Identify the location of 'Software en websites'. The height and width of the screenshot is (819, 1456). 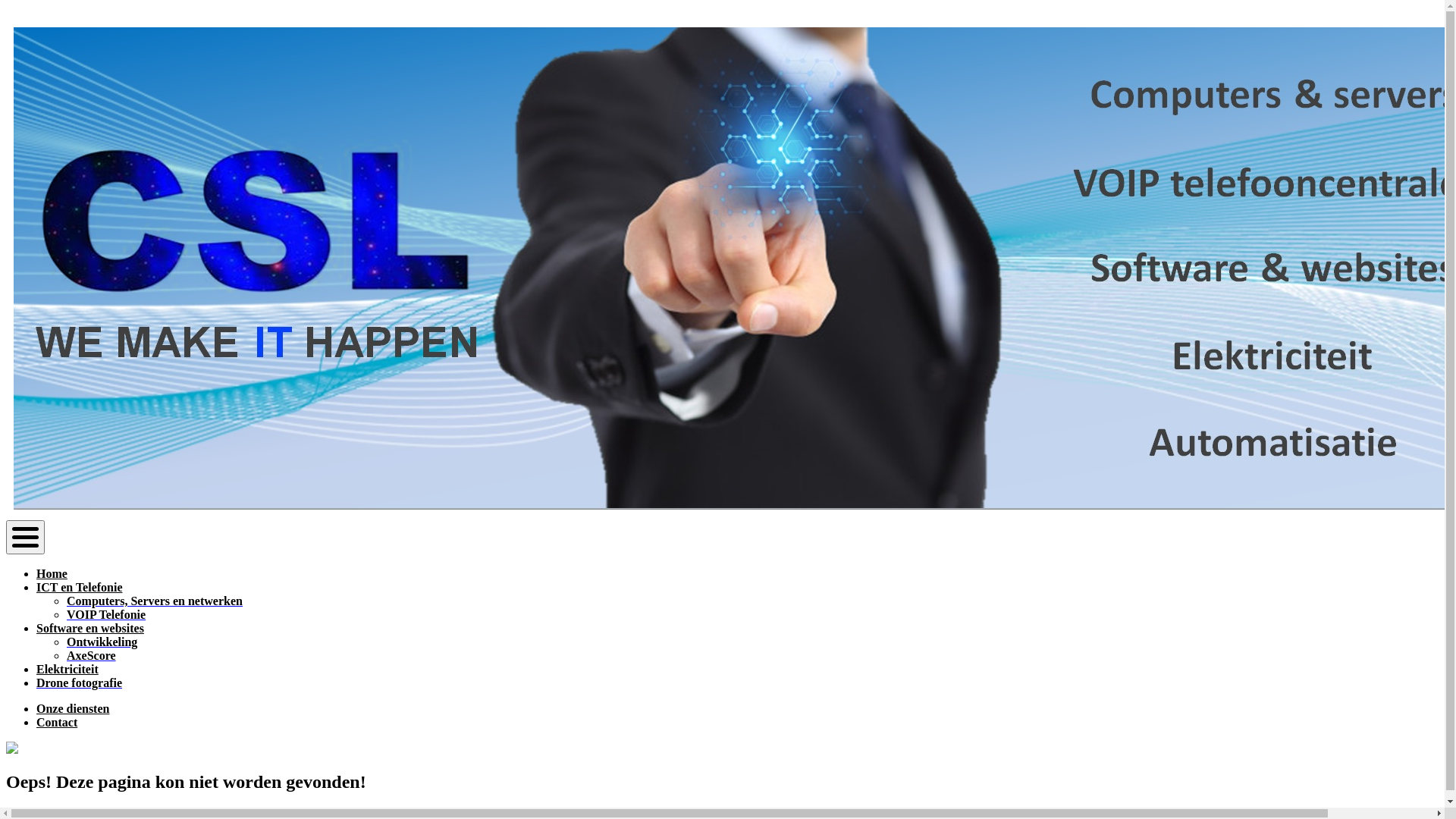
(89, 628).